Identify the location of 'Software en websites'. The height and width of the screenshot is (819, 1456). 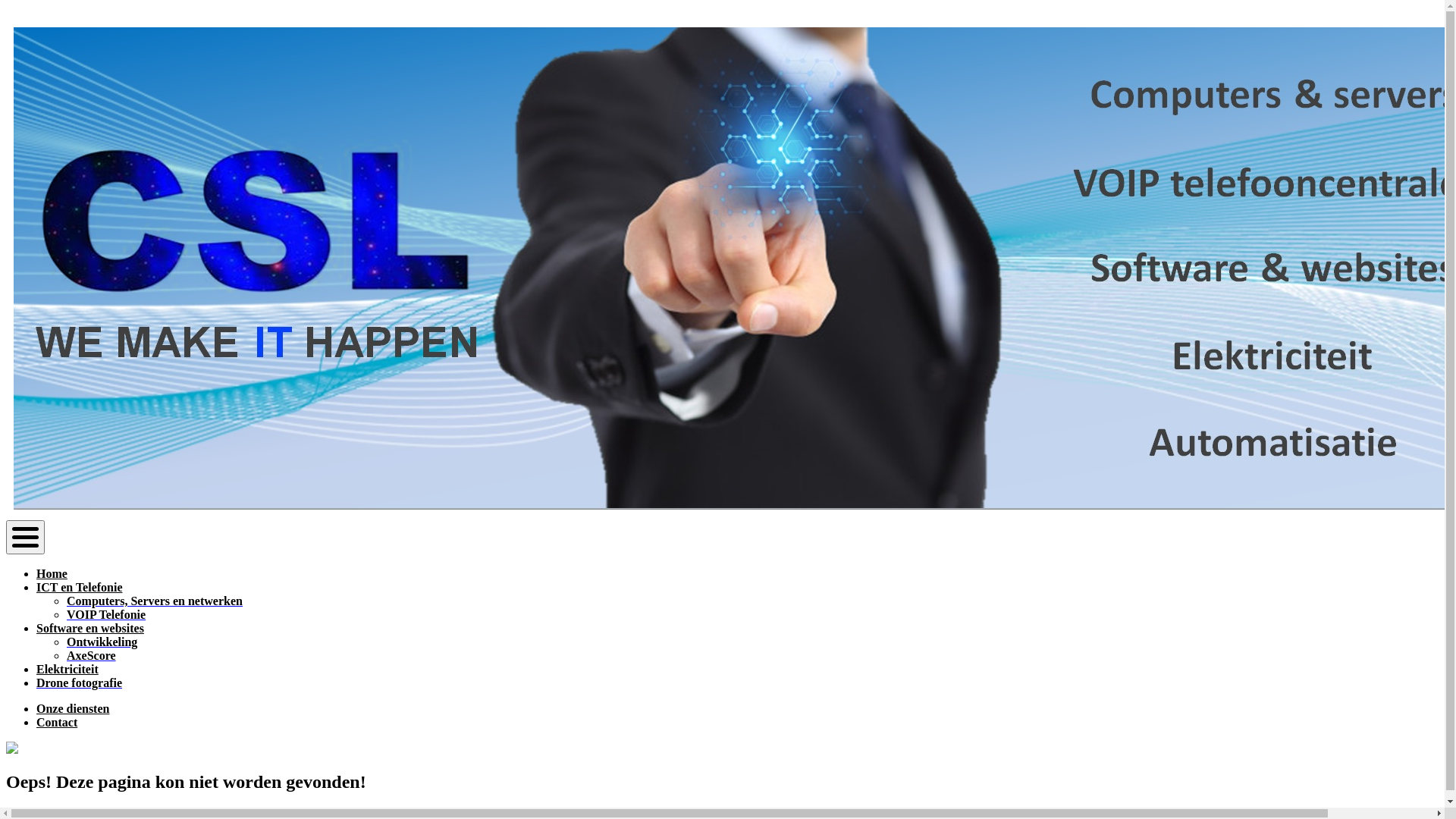
(89, 628).